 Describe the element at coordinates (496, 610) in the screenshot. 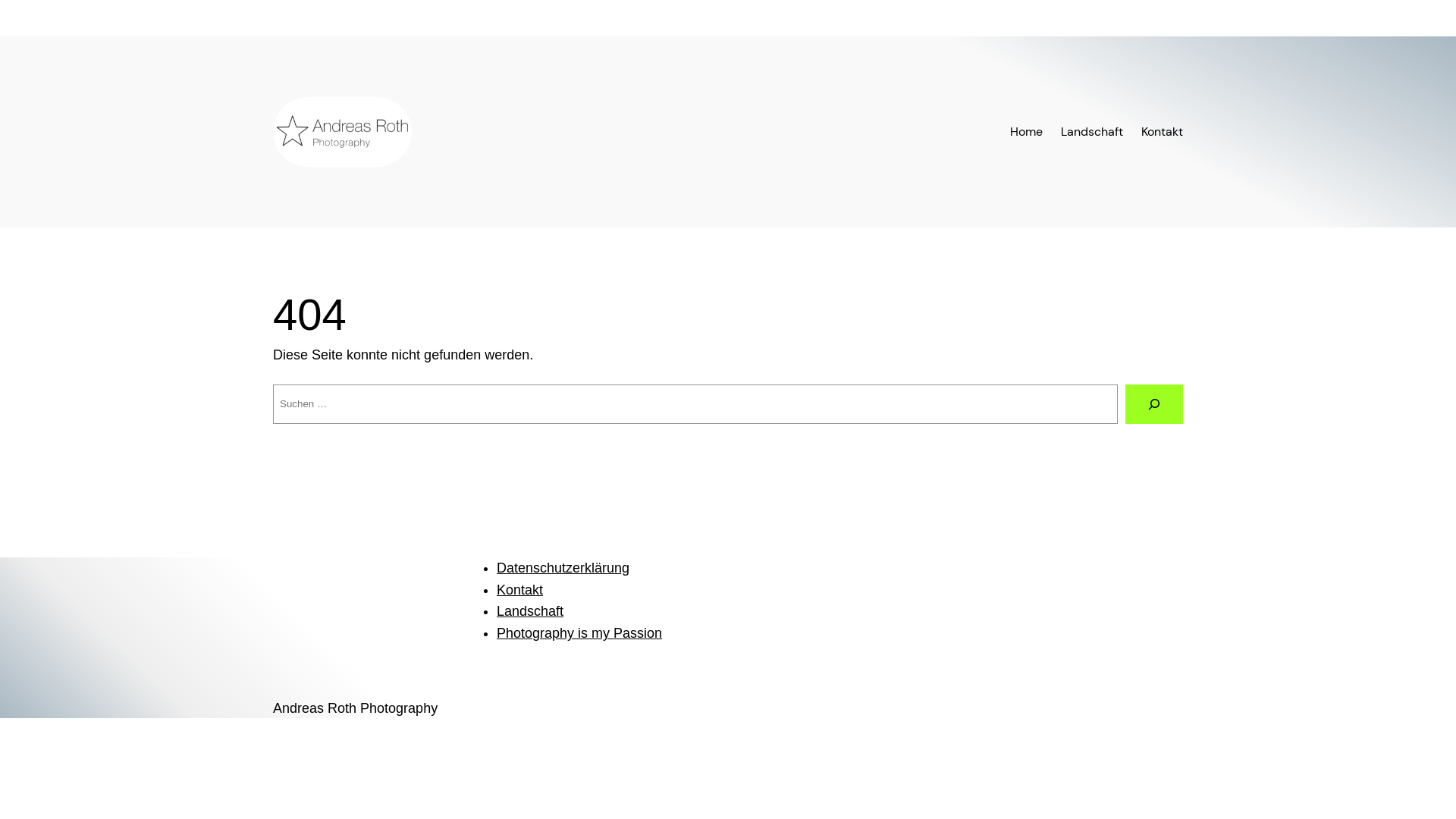

I see `'Landschaft'` at that location.